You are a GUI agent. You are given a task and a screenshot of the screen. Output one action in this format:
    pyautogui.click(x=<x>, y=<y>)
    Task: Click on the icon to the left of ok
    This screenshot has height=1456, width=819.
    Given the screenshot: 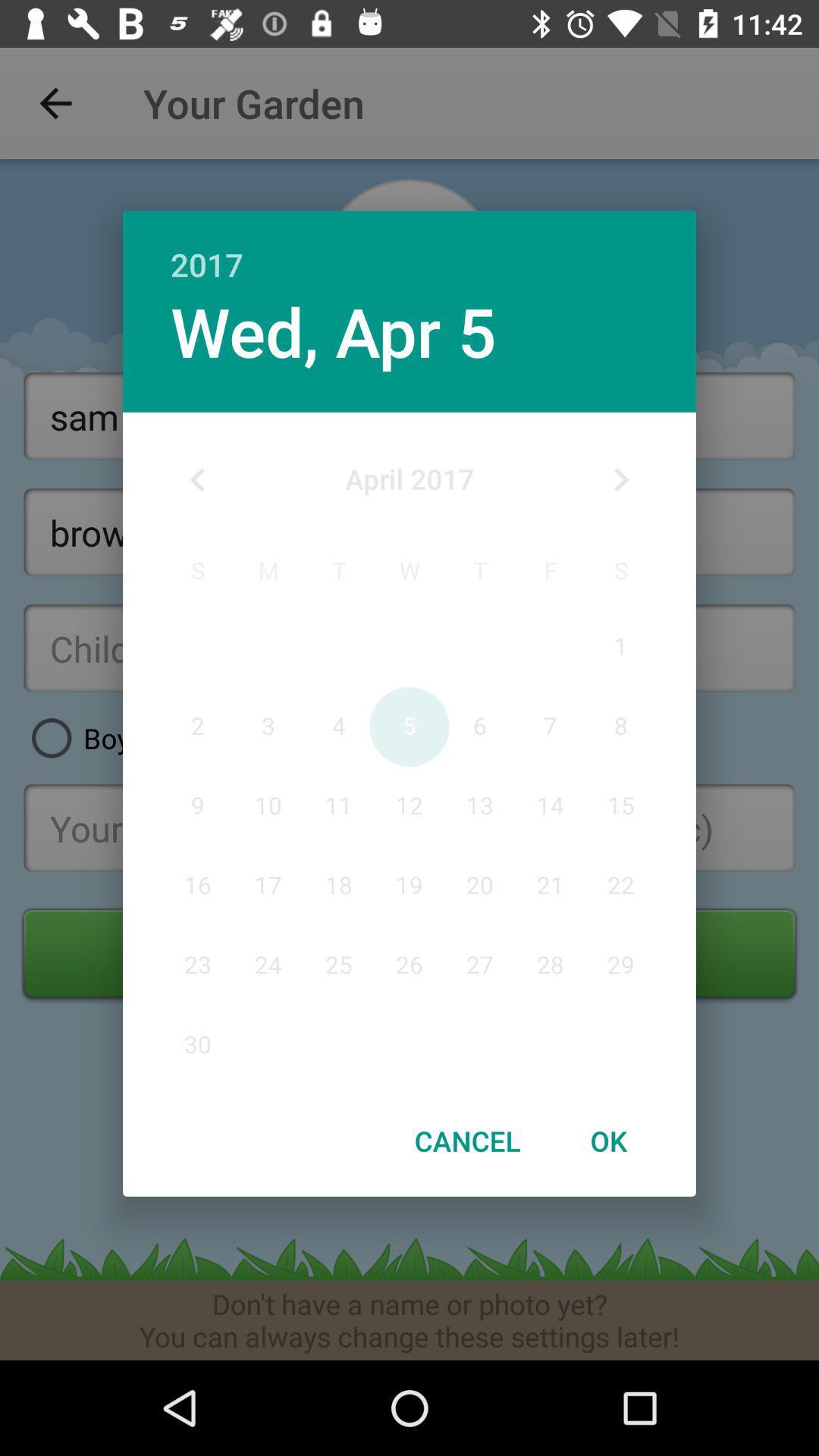 What is the action you would take?
    pyautogui.click(x=466, y=1141)
    